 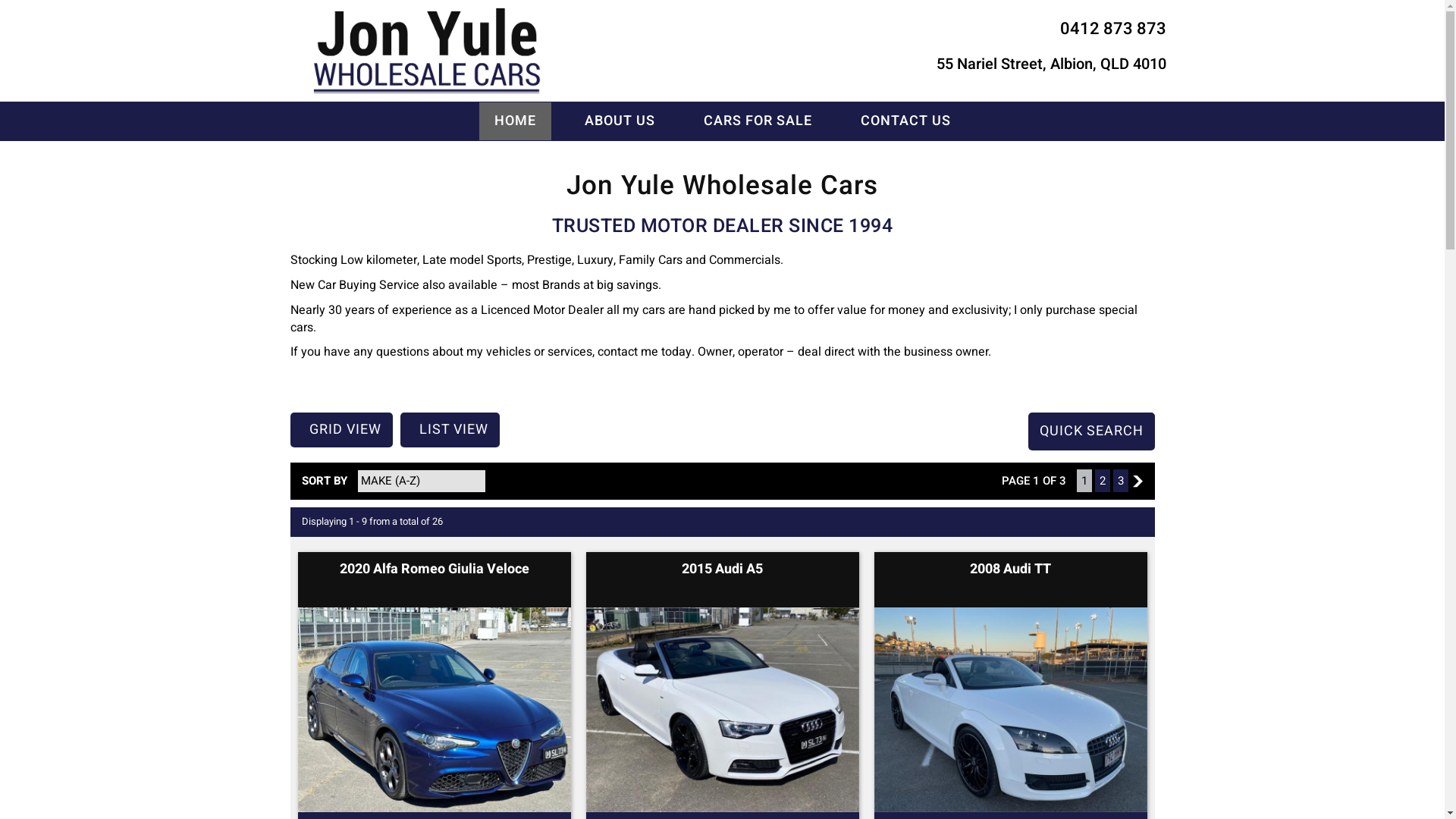 What do you see at coordinates (449, 430) in the screenshot?
I see `'LIST VIEW'` at bounding box center [449, 430].